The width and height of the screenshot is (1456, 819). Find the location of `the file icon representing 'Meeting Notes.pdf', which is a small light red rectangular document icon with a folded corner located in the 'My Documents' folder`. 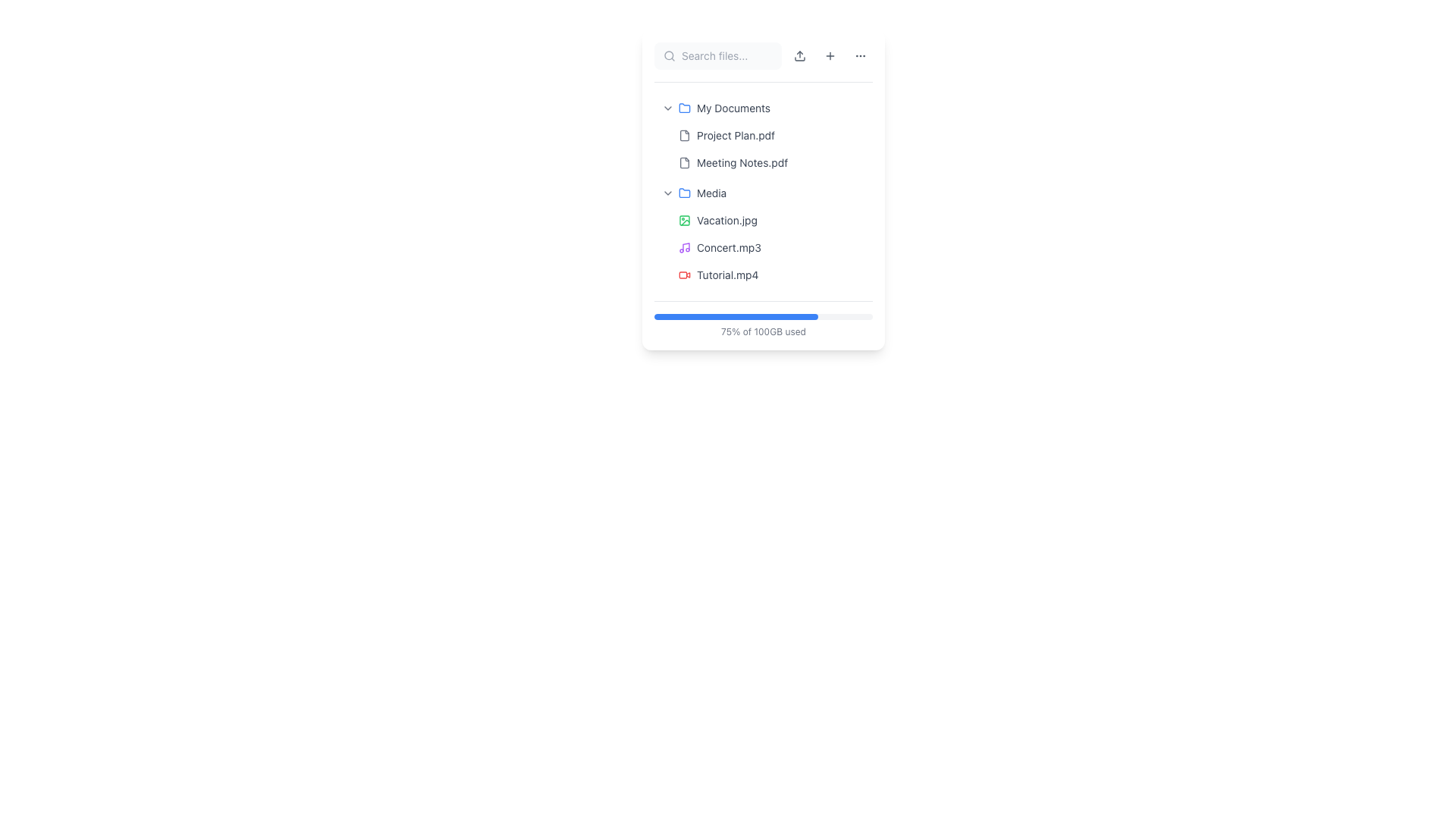

the file icon representing 'Meeting Notes.pdf', which is a small light red rectangular document icon with a folded corner located in the 'My Documents' folder is located at coordinates (683, 163).